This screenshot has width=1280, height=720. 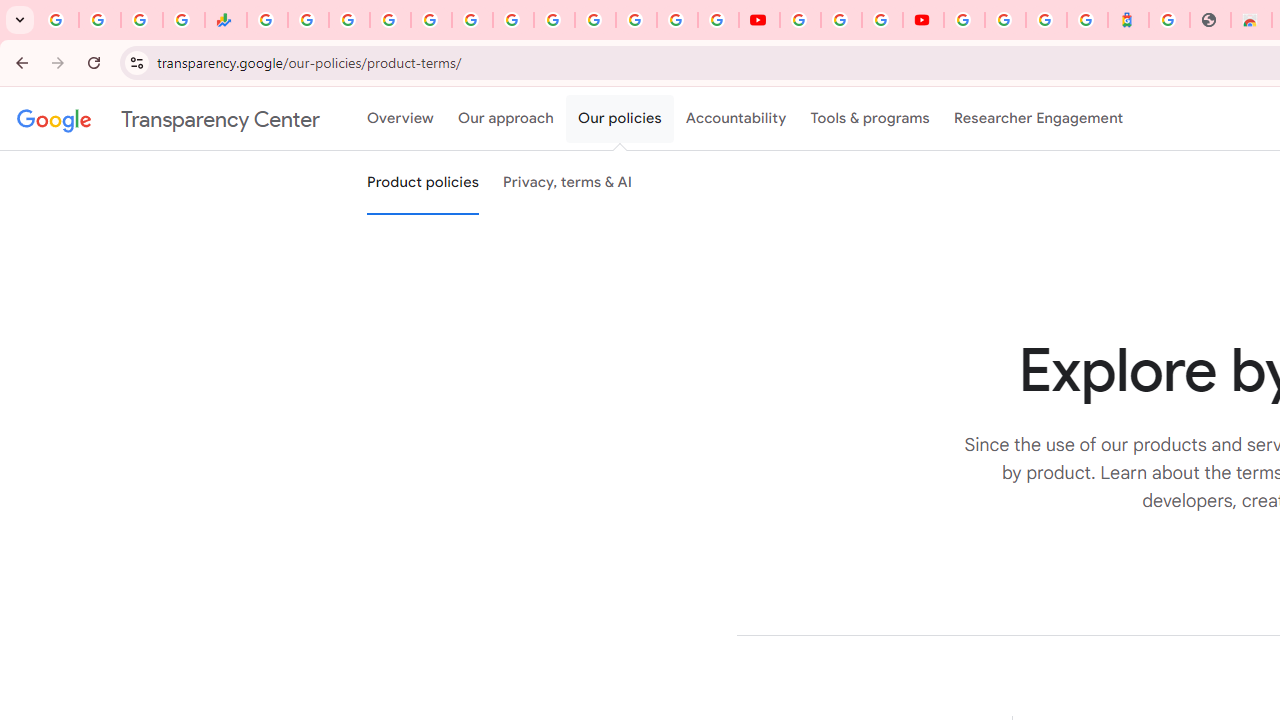 I want to click on 'Researcher Engagement', so click(x=1038, y=119).